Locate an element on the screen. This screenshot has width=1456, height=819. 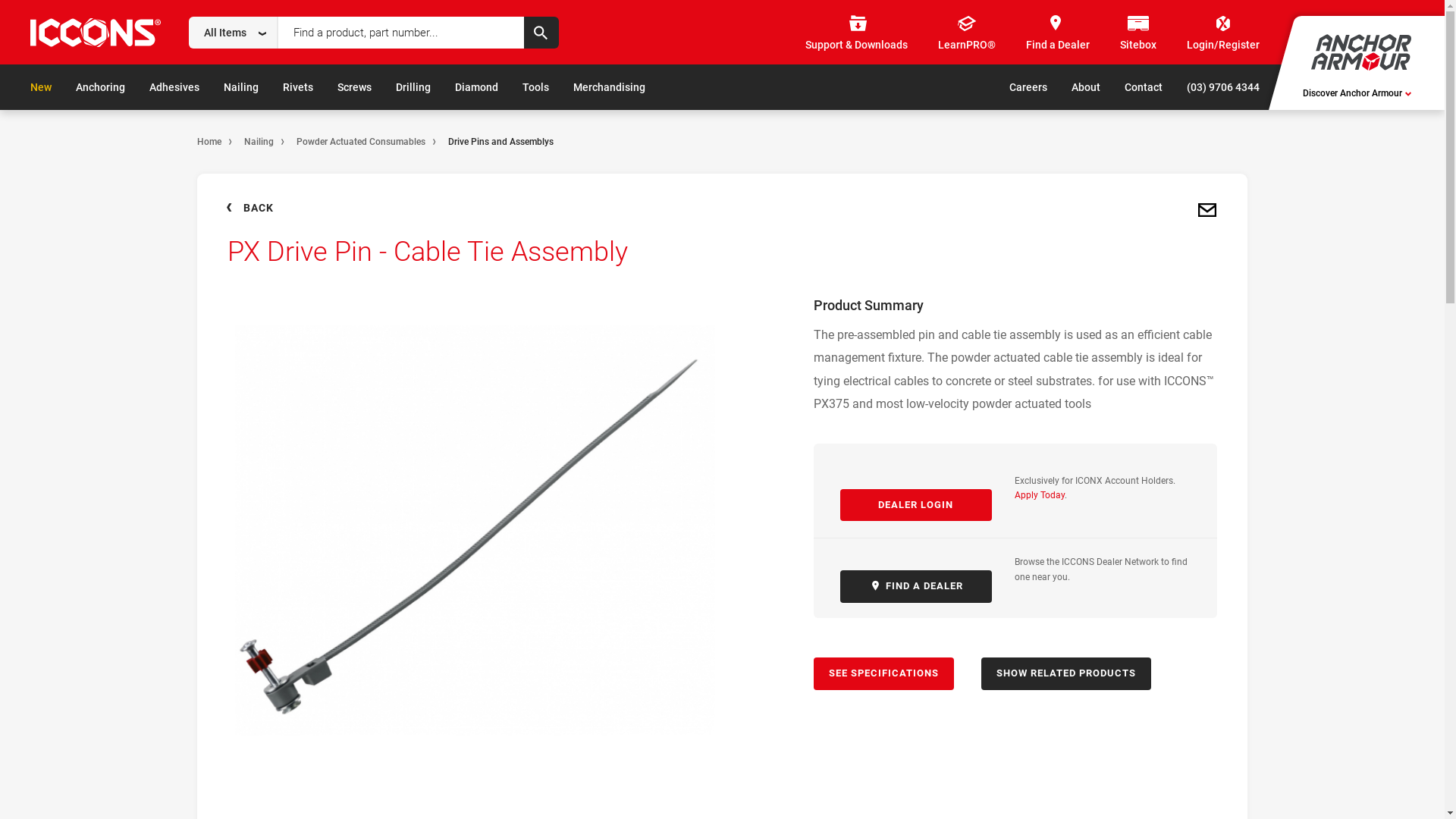
'Contact' is located at coordinates (1143, 87).